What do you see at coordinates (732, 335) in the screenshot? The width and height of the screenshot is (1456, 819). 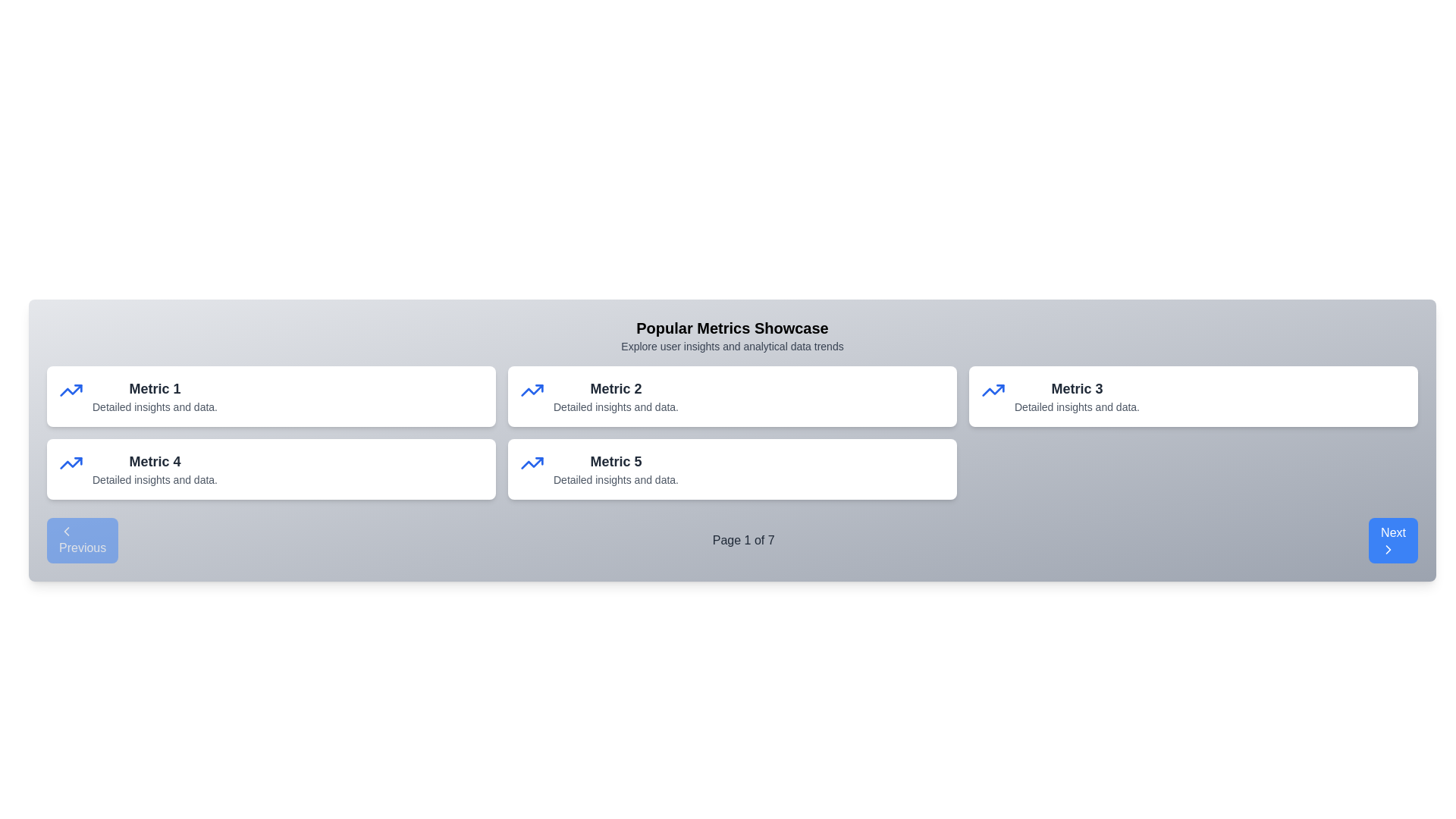 I see `text from the header element titled 'Popular Metrics Showcase' with the subtitle 'Explore user insights and analytical data trends'` at bounding box center [732, 335].